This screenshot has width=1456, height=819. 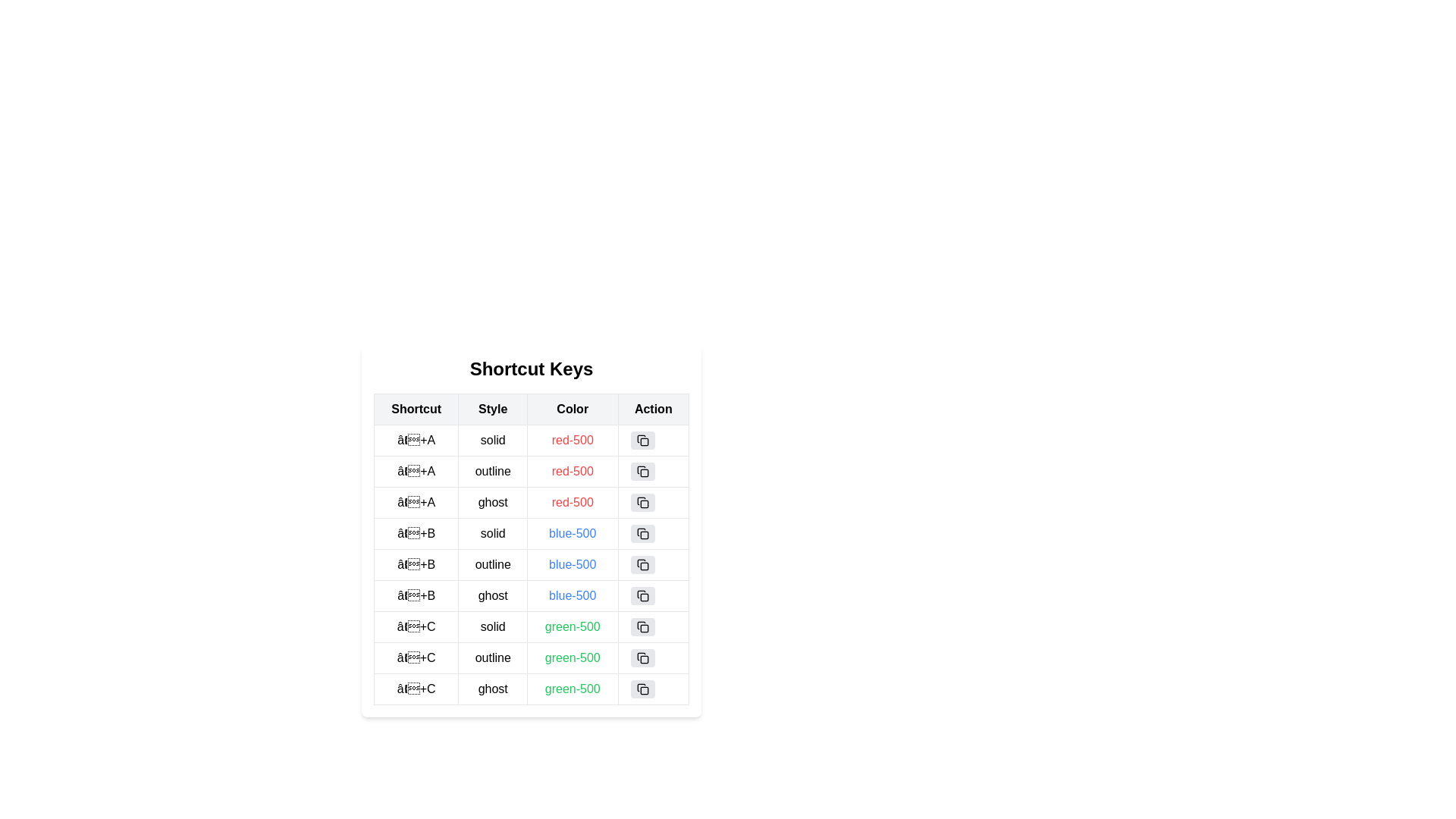 I want to click on the text label displaying 'ghost' in the 'Style' column of the 'Shortcut Keys' table, which is styled with a border and padding, so click(x=493, y=689).